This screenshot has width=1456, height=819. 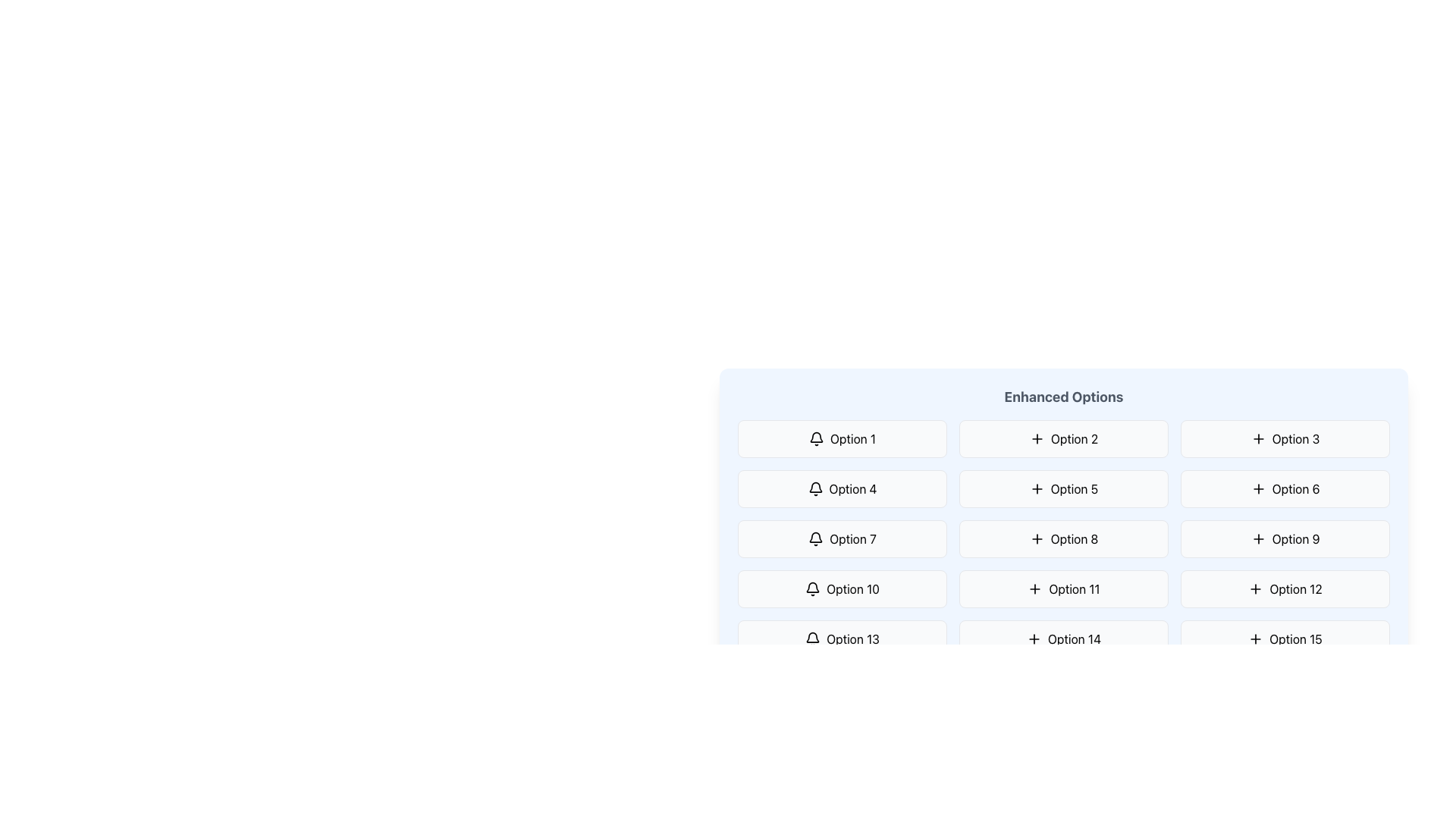 I want to click on the 'Option 8' button, which is a rectangular button with a light gray background, rounded borders, and bold text, accompanied by a '+' icon, so click(x=1062, y=538).